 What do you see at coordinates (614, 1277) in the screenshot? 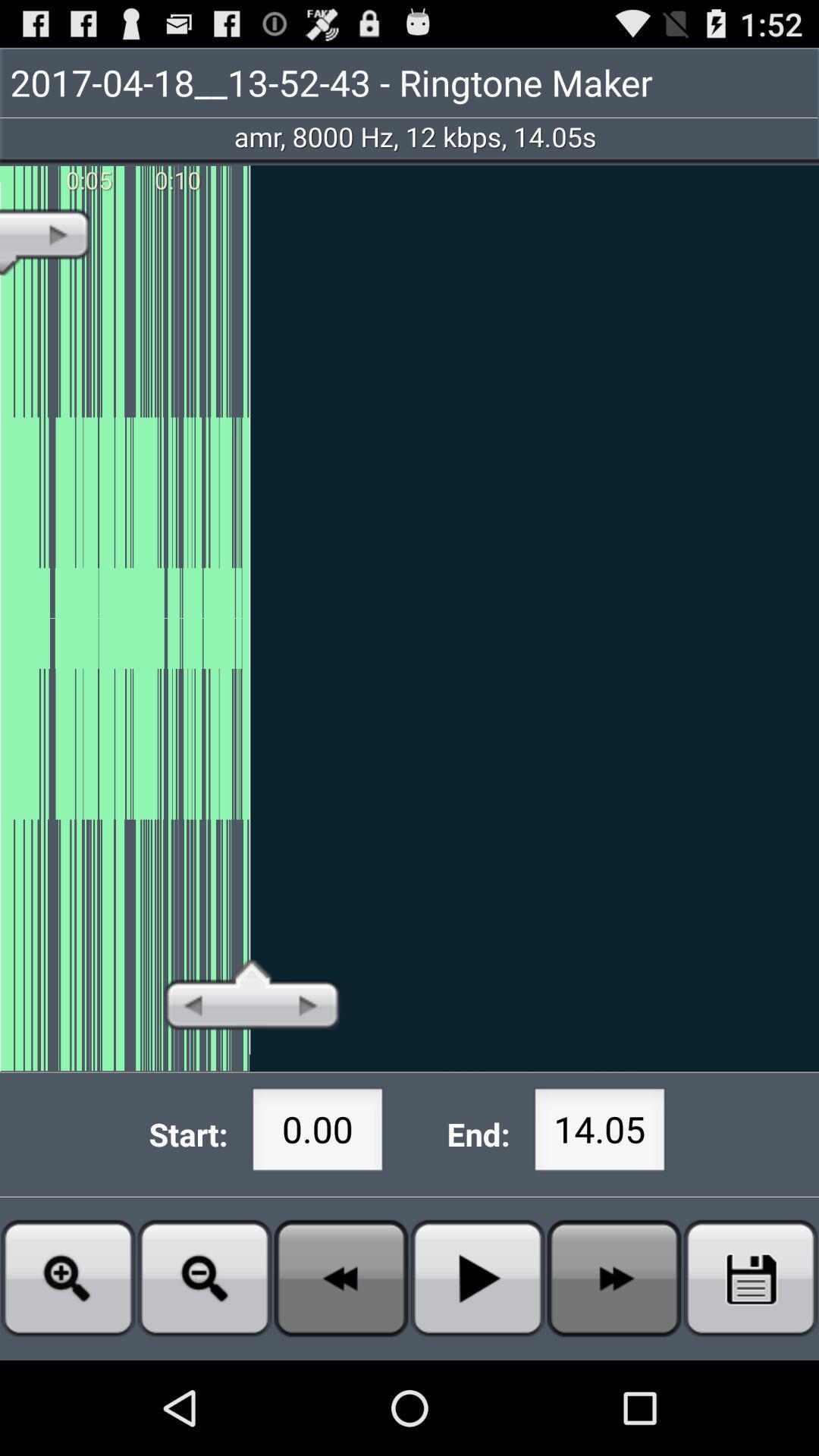
I see `fastforward` at bounding box center [614, 1277].